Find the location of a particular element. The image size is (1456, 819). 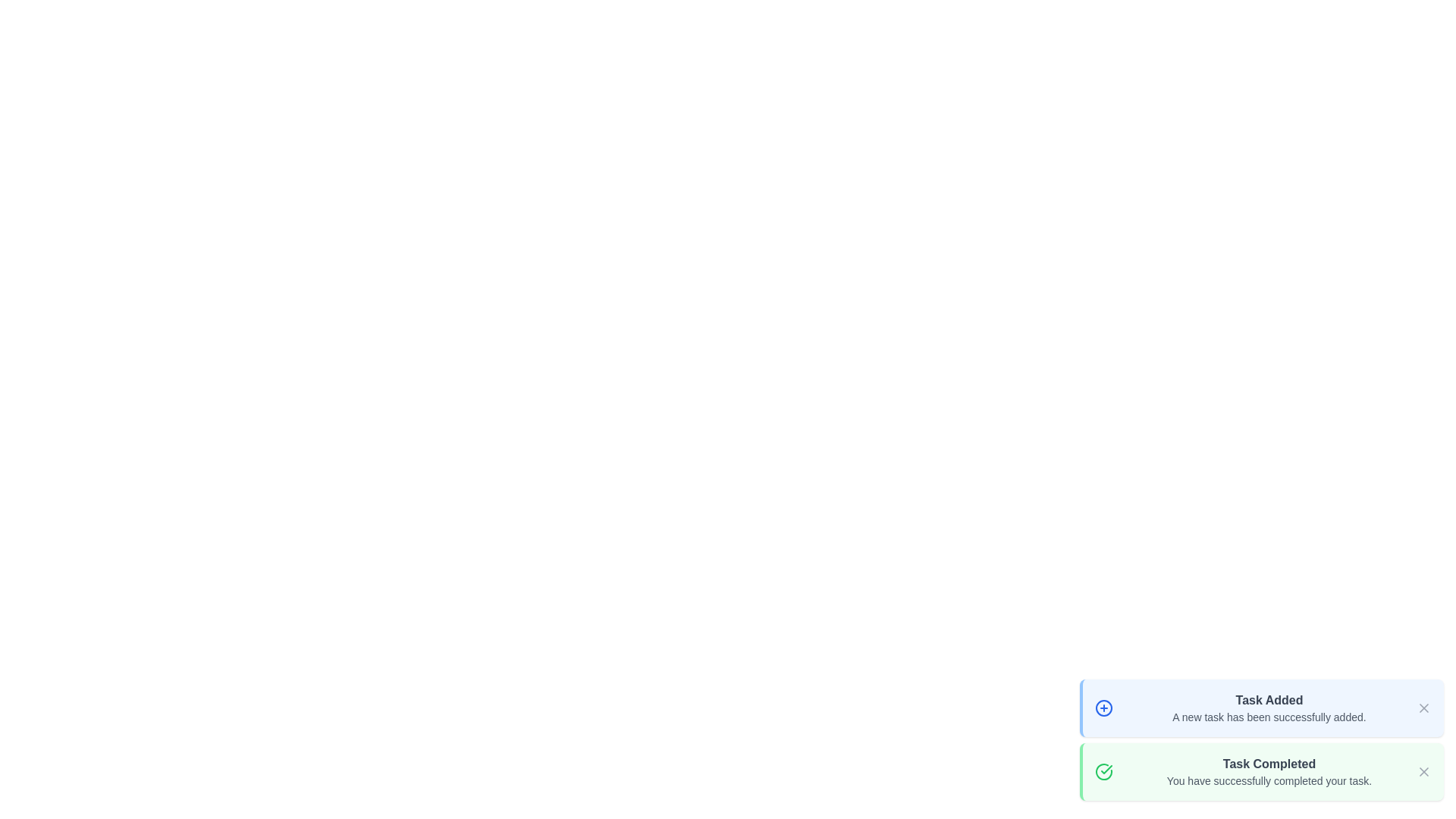

the notification panel element Task Added notification to interact with it is located at coordinates (1262, 708).